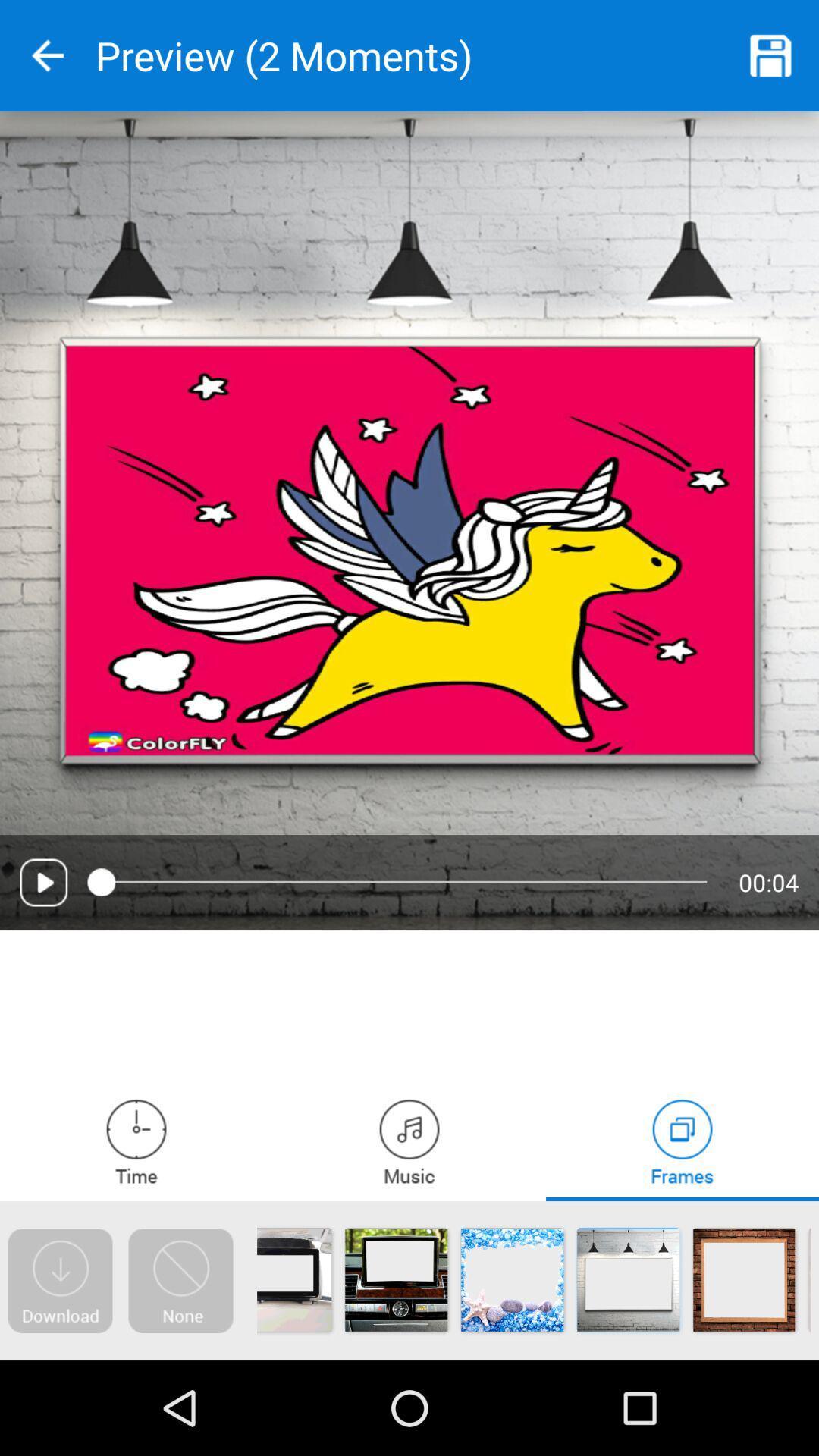 The height and width of the screenshot is (1456, 819). What do you see at coordinates (180, 1280) in the screenshot?
I see `the blinkung box with picture means you dont want any feature photo in your video` at bounding box center [180, 1280].